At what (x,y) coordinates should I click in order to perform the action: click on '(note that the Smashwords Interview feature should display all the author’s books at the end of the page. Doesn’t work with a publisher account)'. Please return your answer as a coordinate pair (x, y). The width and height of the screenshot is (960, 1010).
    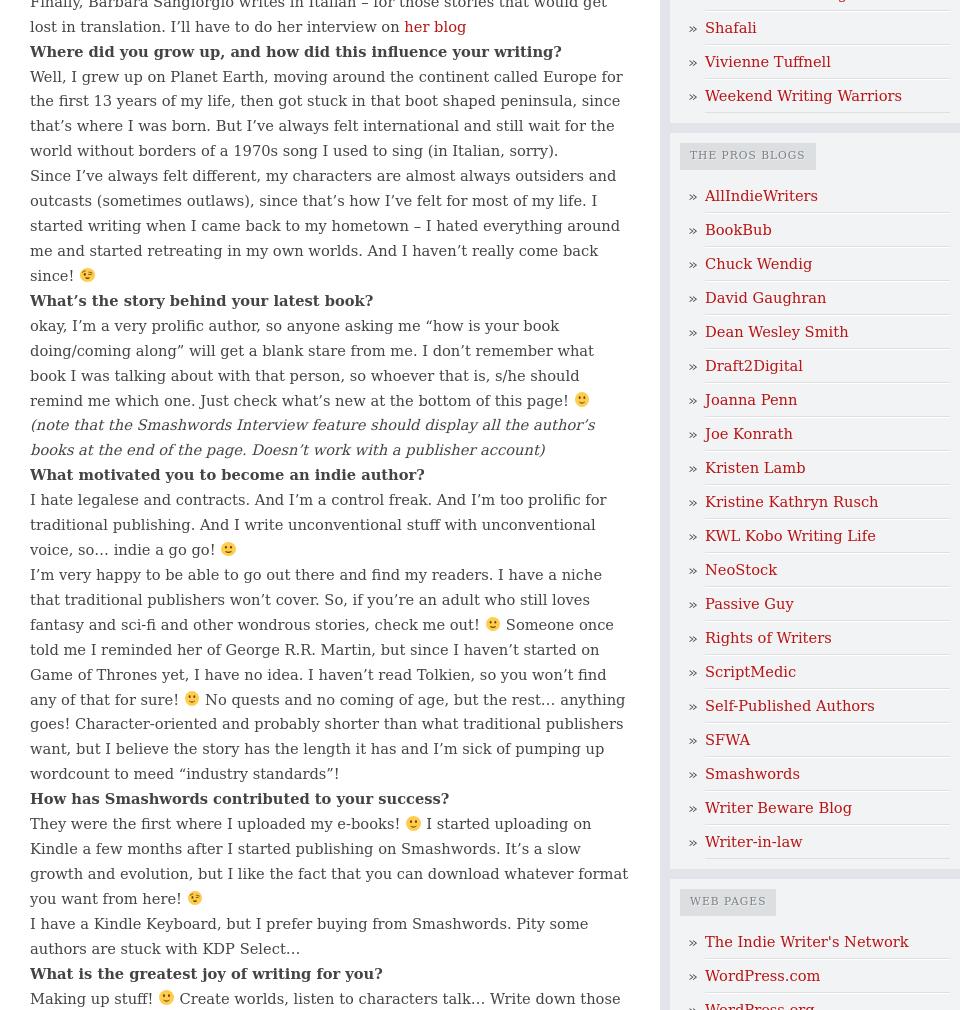
    Looking at the image, I should click on (312, 437).